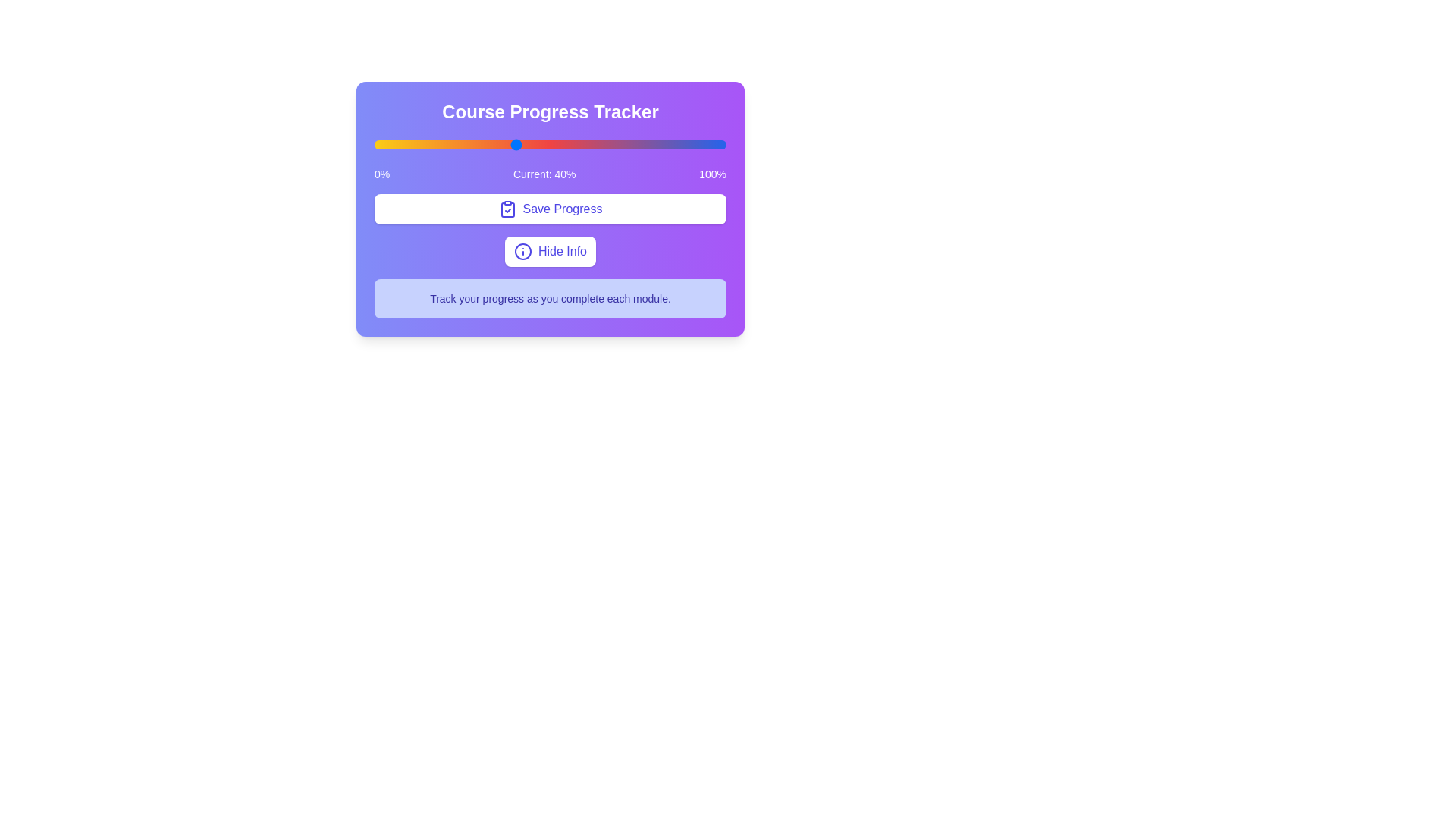 Image resolution: width=1456 pixels, height=819 pixels. I want to click on the progress indicator text label that displays the current percentage of a process, positioned above the 'Save Progress' and 'Hide Info' buttons, so click(544, 174).